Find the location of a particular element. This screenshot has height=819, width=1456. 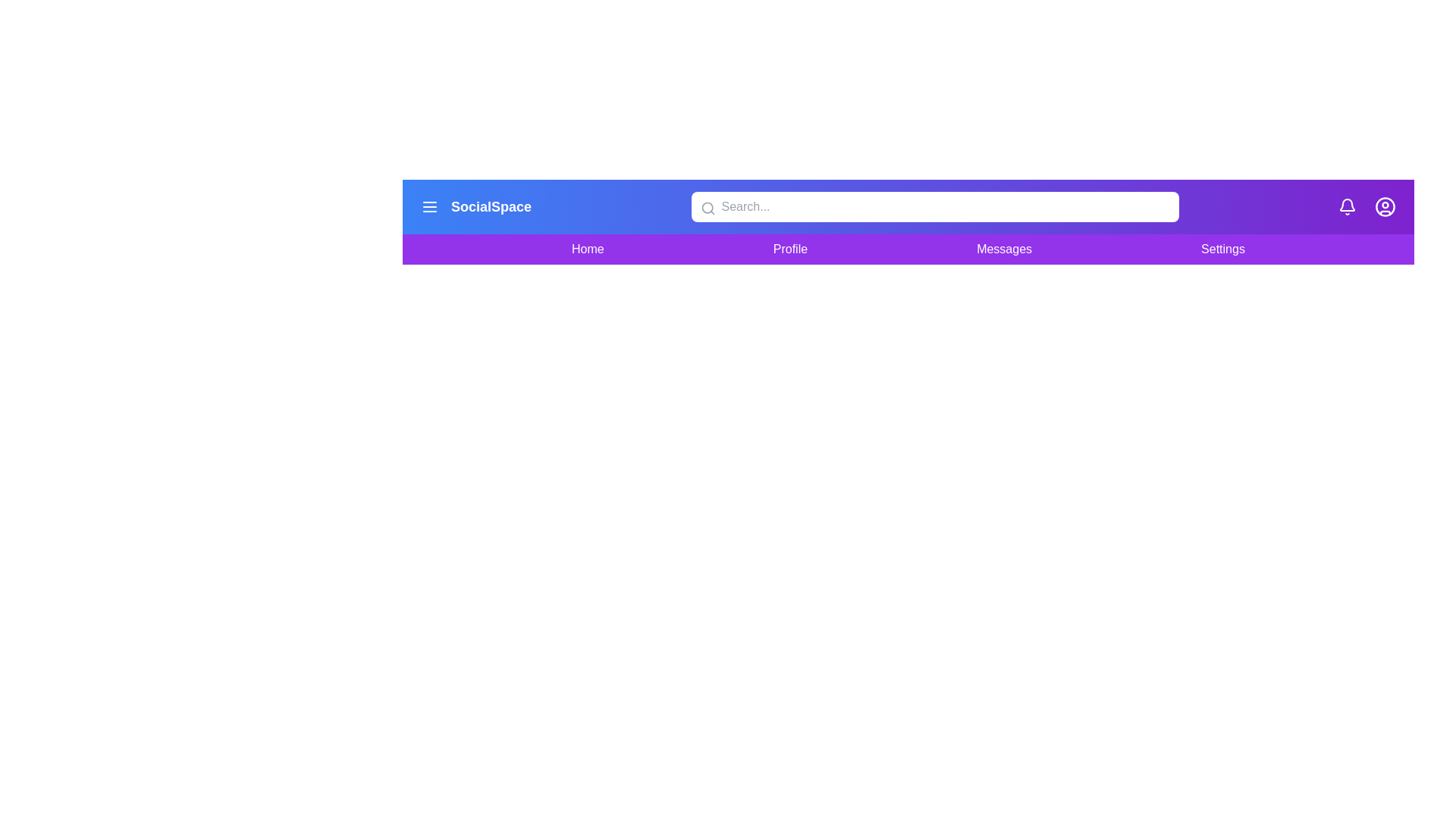

the Home navigation link in the SocialMediaNavBar is located at coordinates (587, 248).